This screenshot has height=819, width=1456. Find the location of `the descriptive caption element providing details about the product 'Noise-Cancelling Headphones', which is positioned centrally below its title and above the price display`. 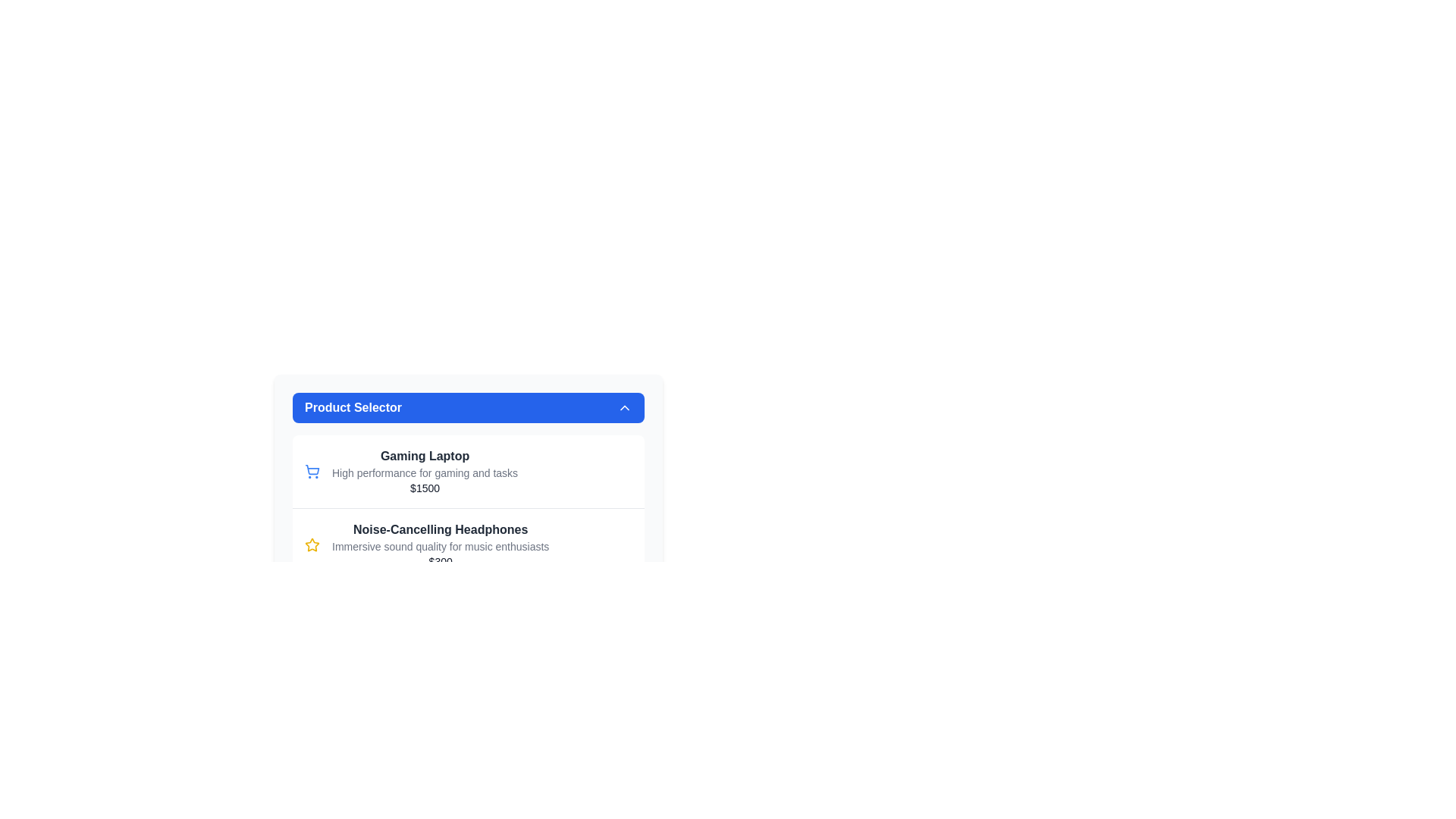

the descriptive caption element providing details about the product 'Noise-Cancelling Headphones', which is positioned centrally below its title and above the price display is located at coordinates (440, 547).